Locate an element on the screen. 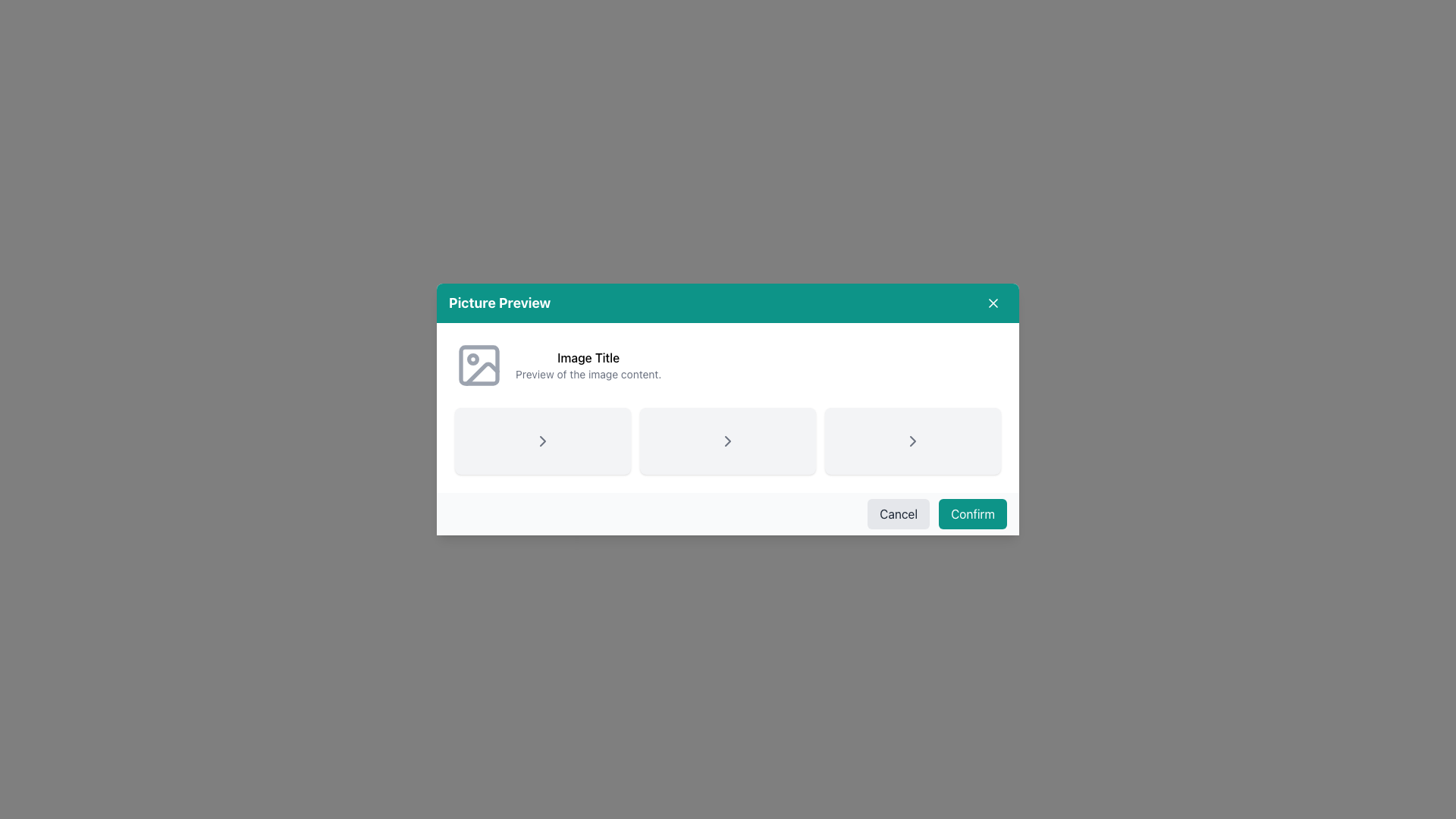  the close button styled as an 'X' located in the top-right corner of the green header bar within the modal window is located at coordinates (993, 303).